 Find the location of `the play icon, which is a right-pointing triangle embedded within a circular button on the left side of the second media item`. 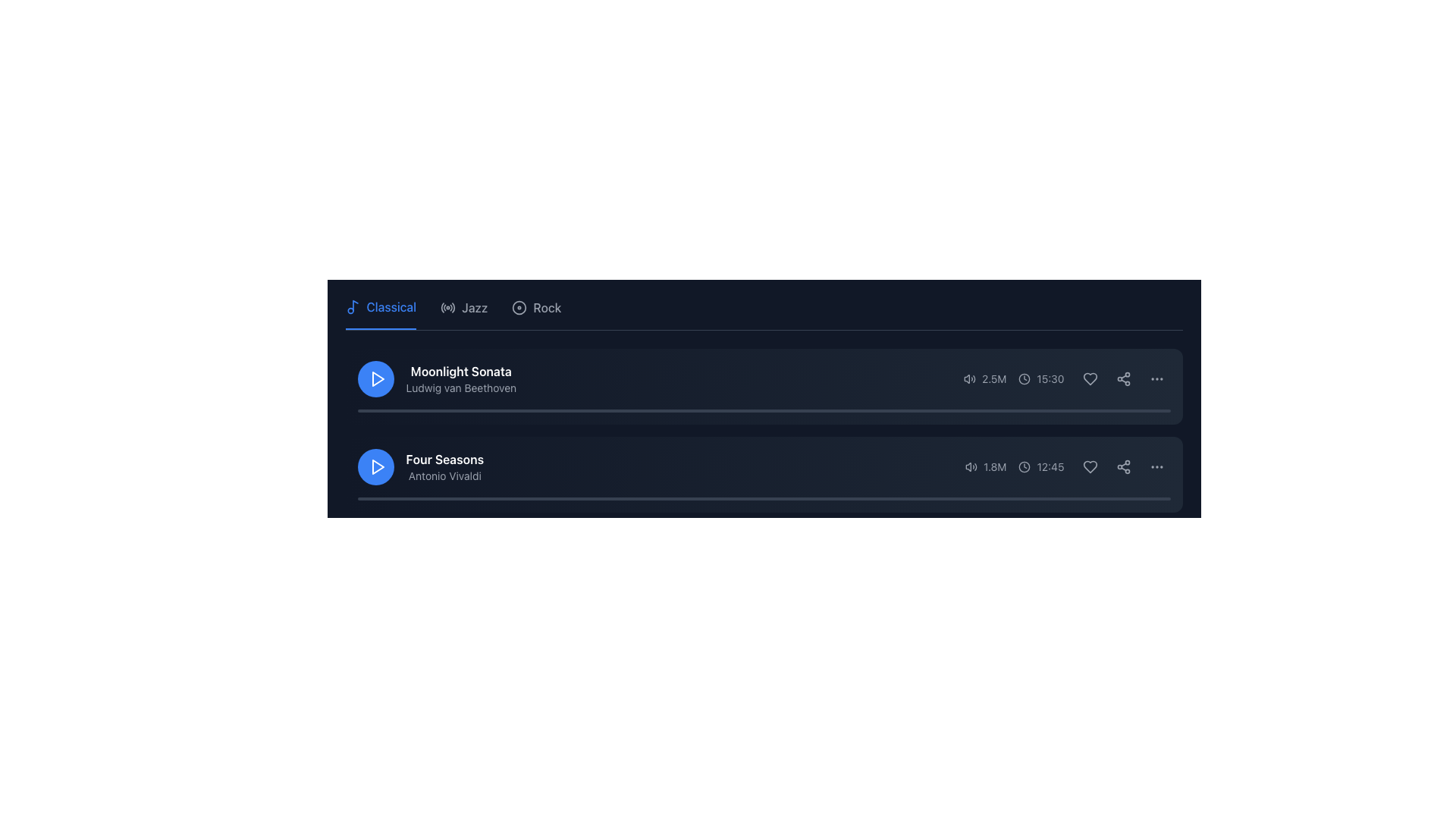

the play icon, which is a right-pointing triangle embedded within a circular button on the left side of the second media item is located at coordinates (378, 378).